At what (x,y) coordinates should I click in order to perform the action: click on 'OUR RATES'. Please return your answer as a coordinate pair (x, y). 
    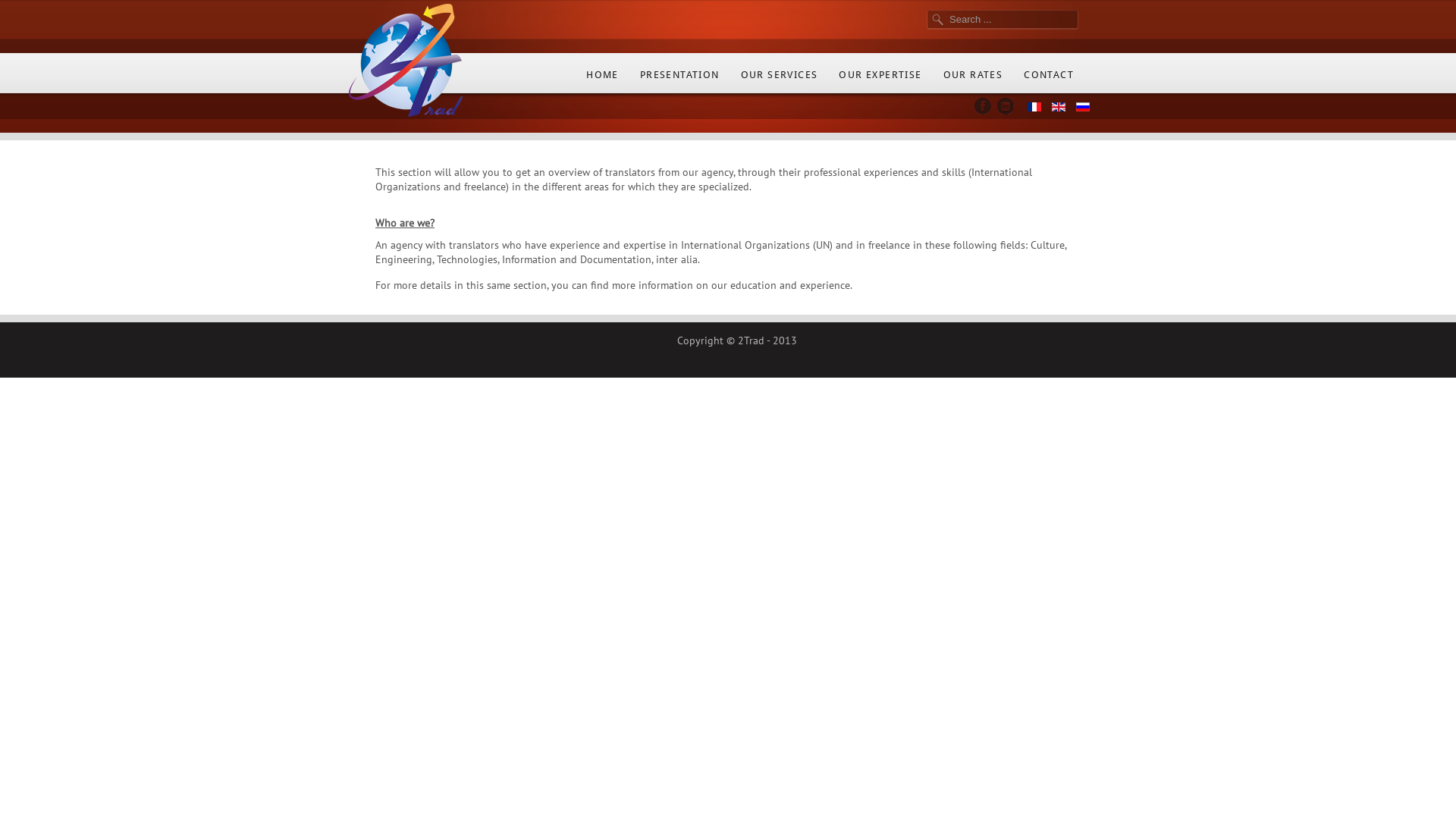
    Looking at the image, I should click on (973, 79).